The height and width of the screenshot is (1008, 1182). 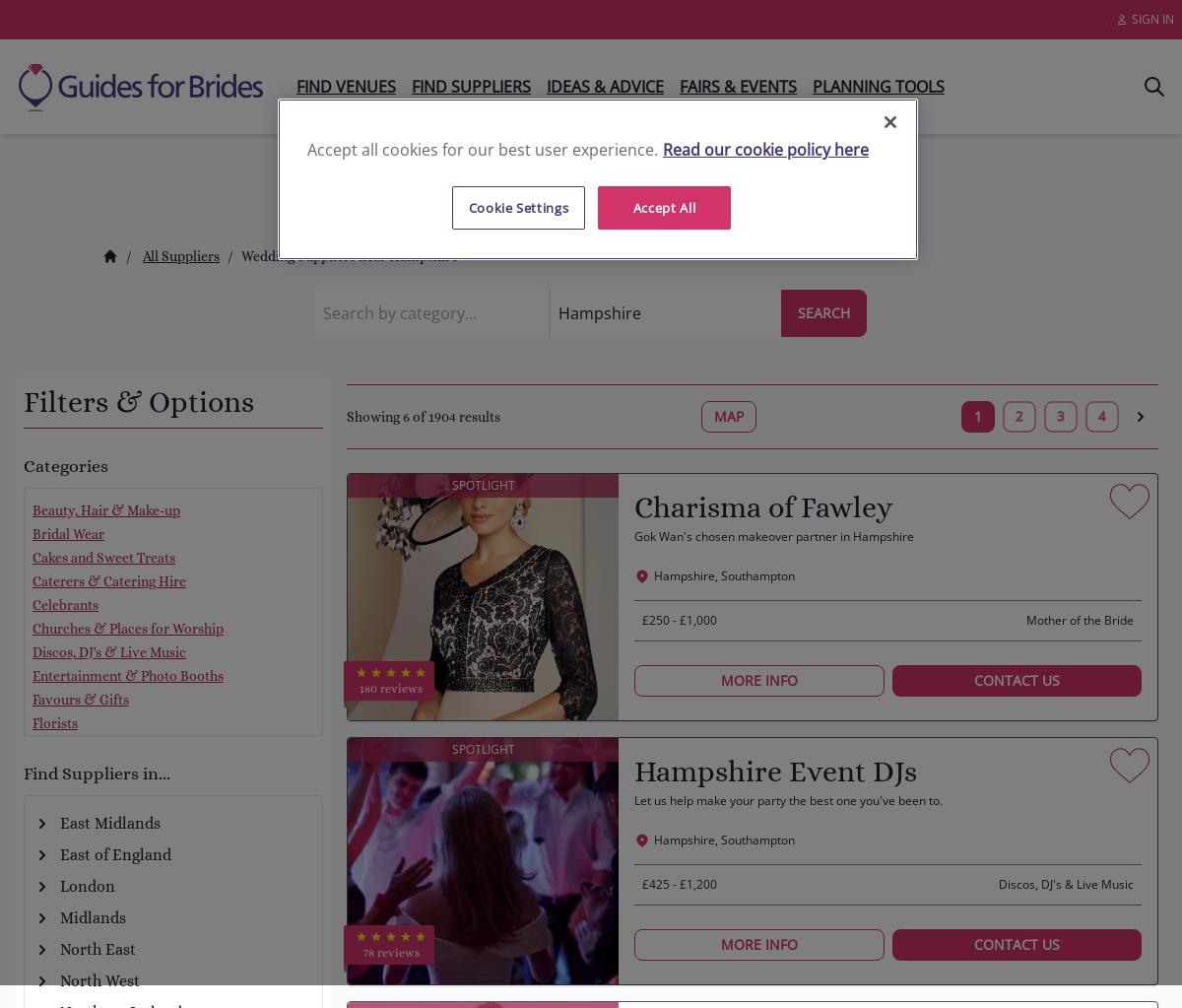 What do you see at coordinates (127, 629) in the screenshot?
I see `'Churches & Places for Worship'` at bounding box center [127, 629].